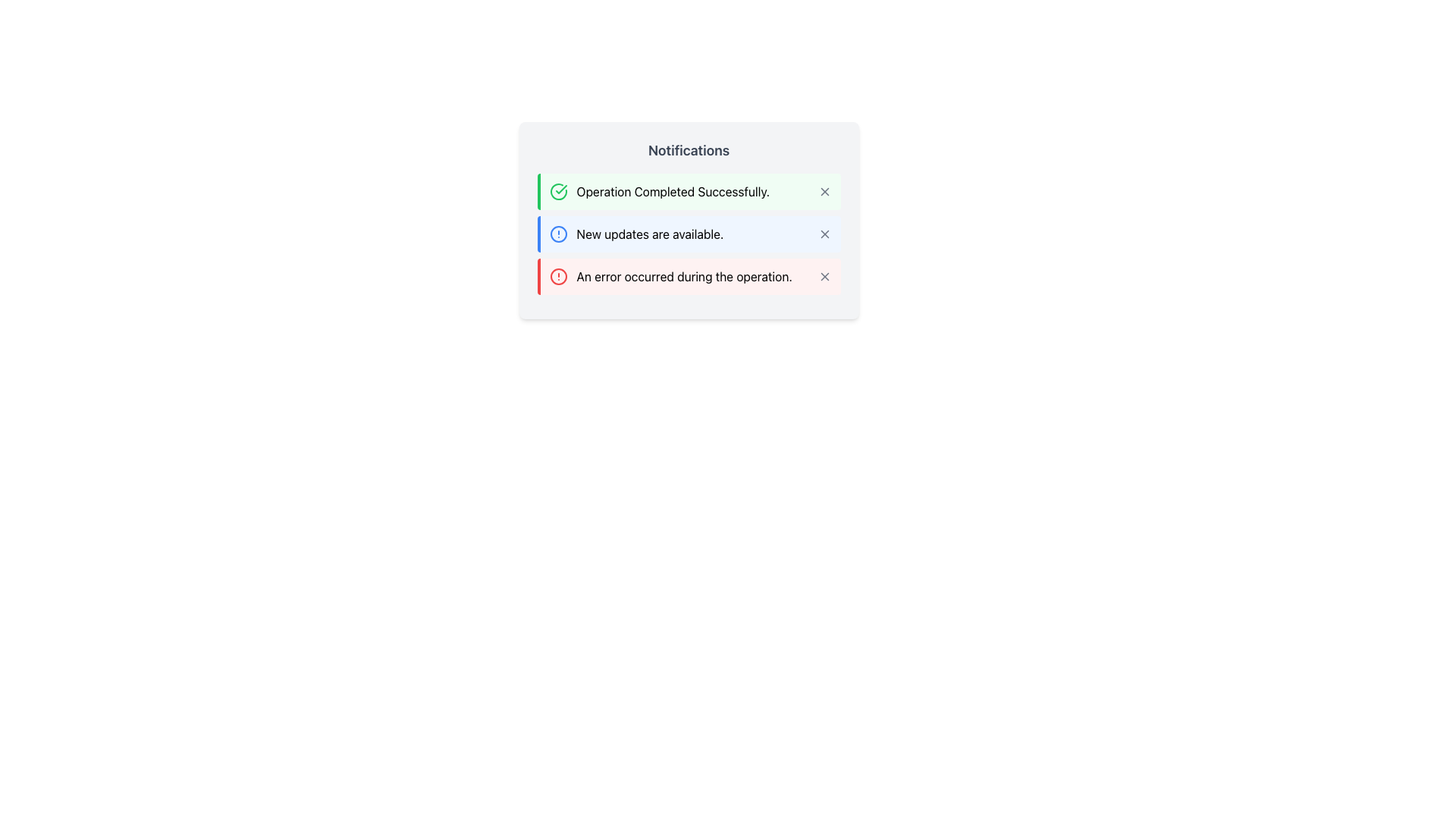 The image size is (1456, 819). Describe the element at coordinates (557, 277) in the screenshot. I see `the error notification icon located in the bottom-most notification entry, which is positioned to the left of the text 'An error occurred during the operation.'` at that location.